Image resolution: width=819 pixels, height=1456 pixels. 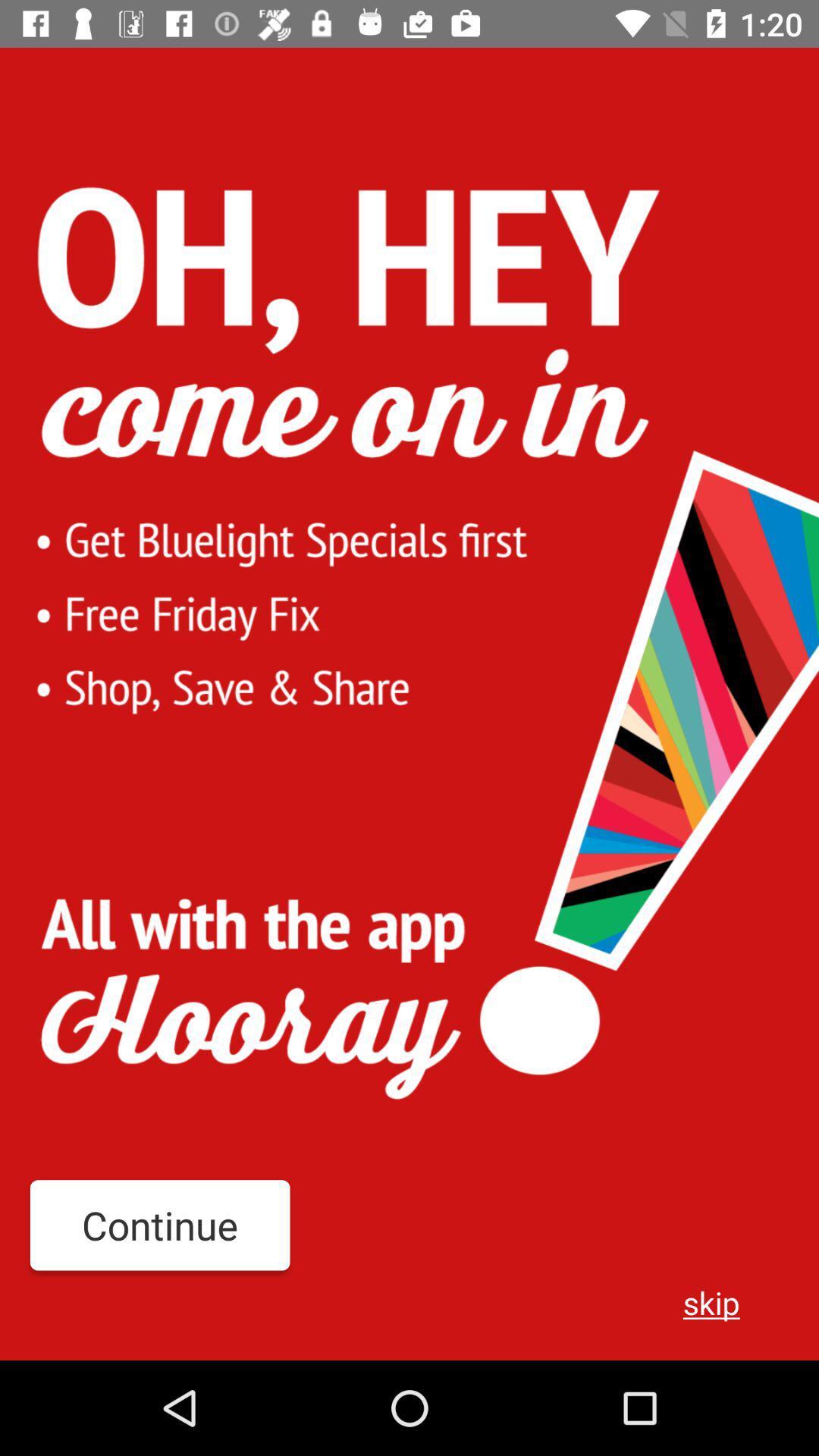 I want to click on the icon to the right of continue, so click(x=711, y=1301).